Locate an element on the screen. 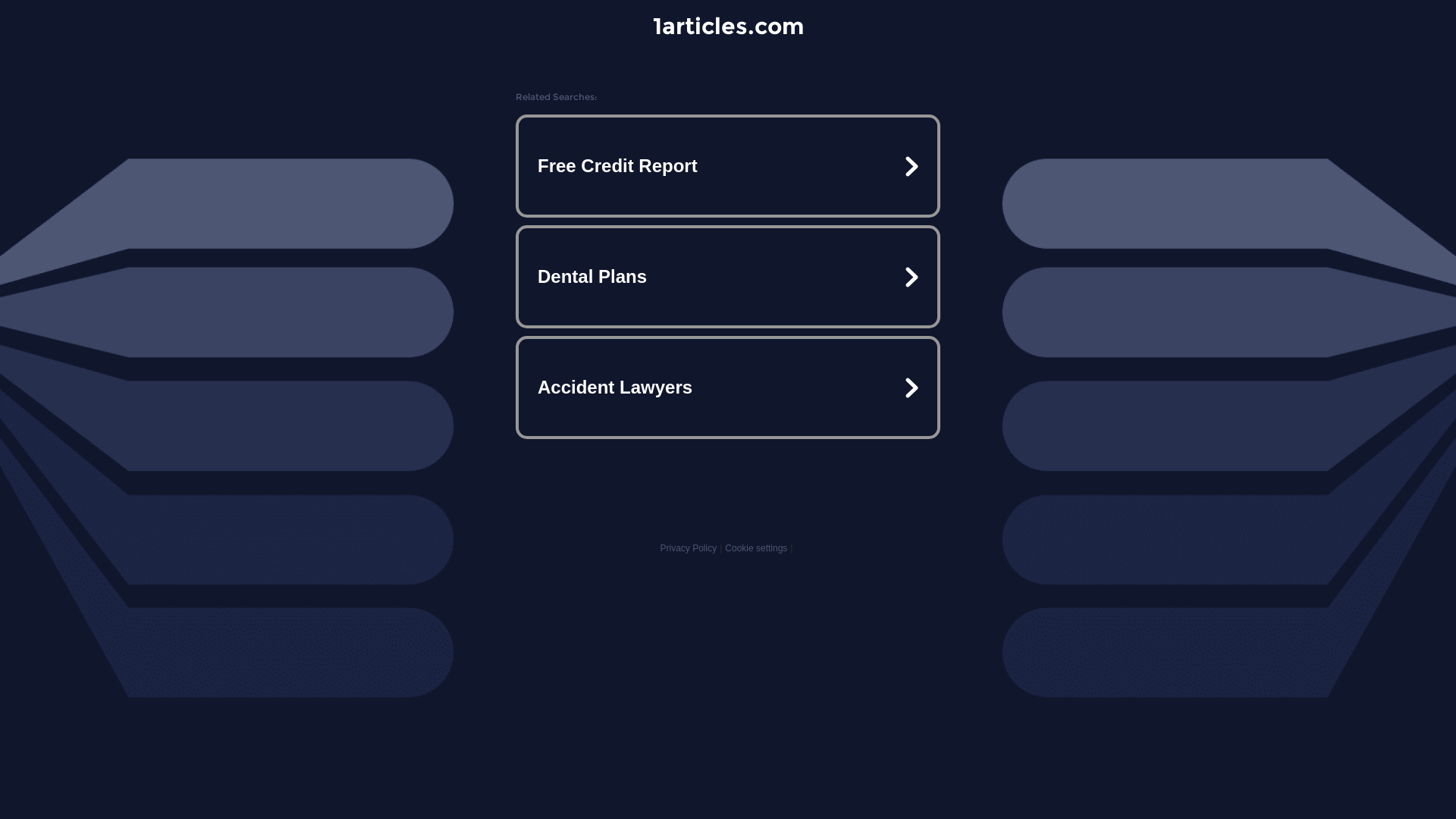 Image resolution: width=1456 pixels, height=819 pixels. 'Accident Lawyers' is located at coordinates (728, 386).